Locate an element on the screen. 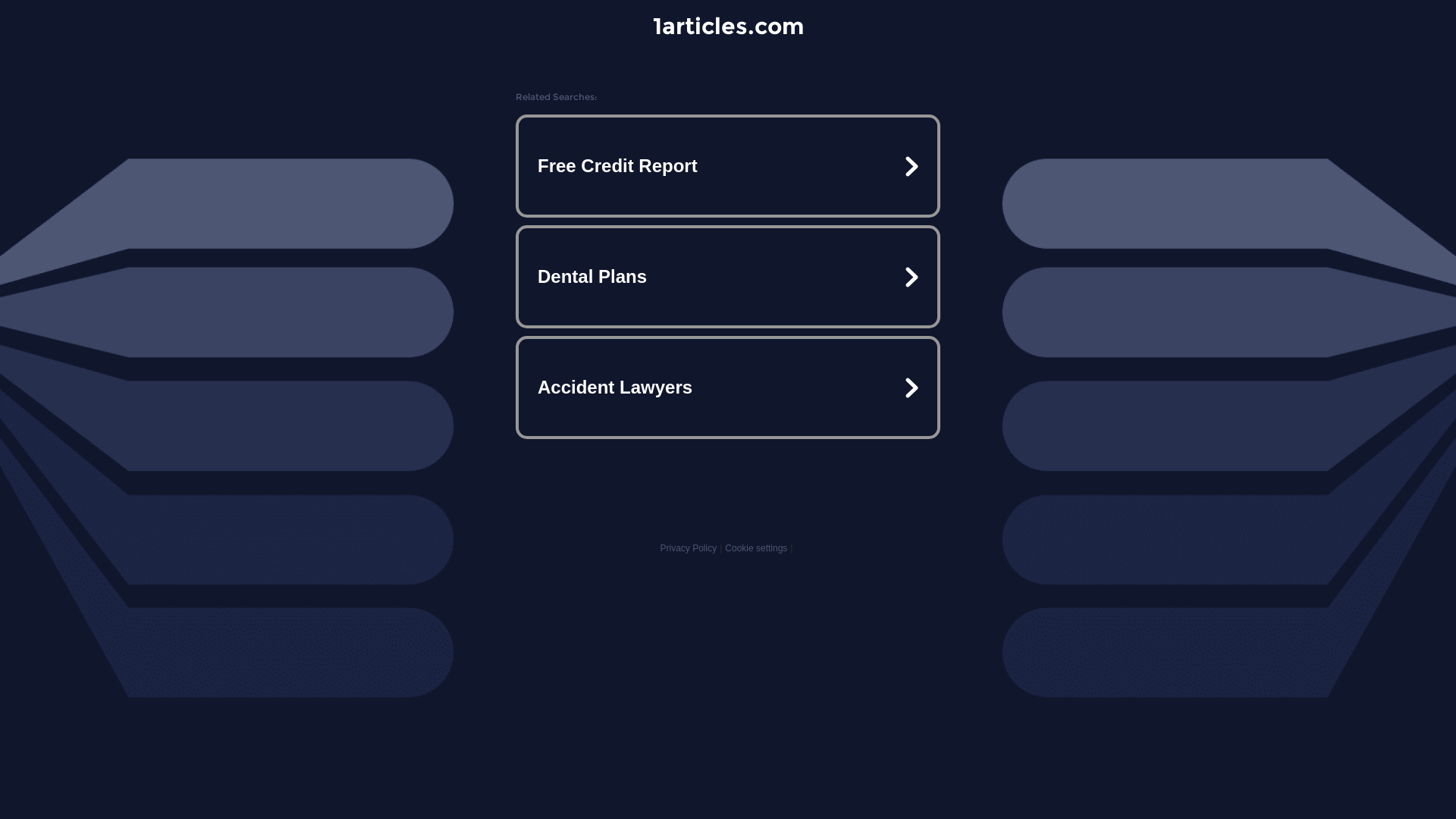 Image resolution: width=1456 pixels, height=819 pixels. 'Accident Lawyers' is located at coordinates (728, 386).